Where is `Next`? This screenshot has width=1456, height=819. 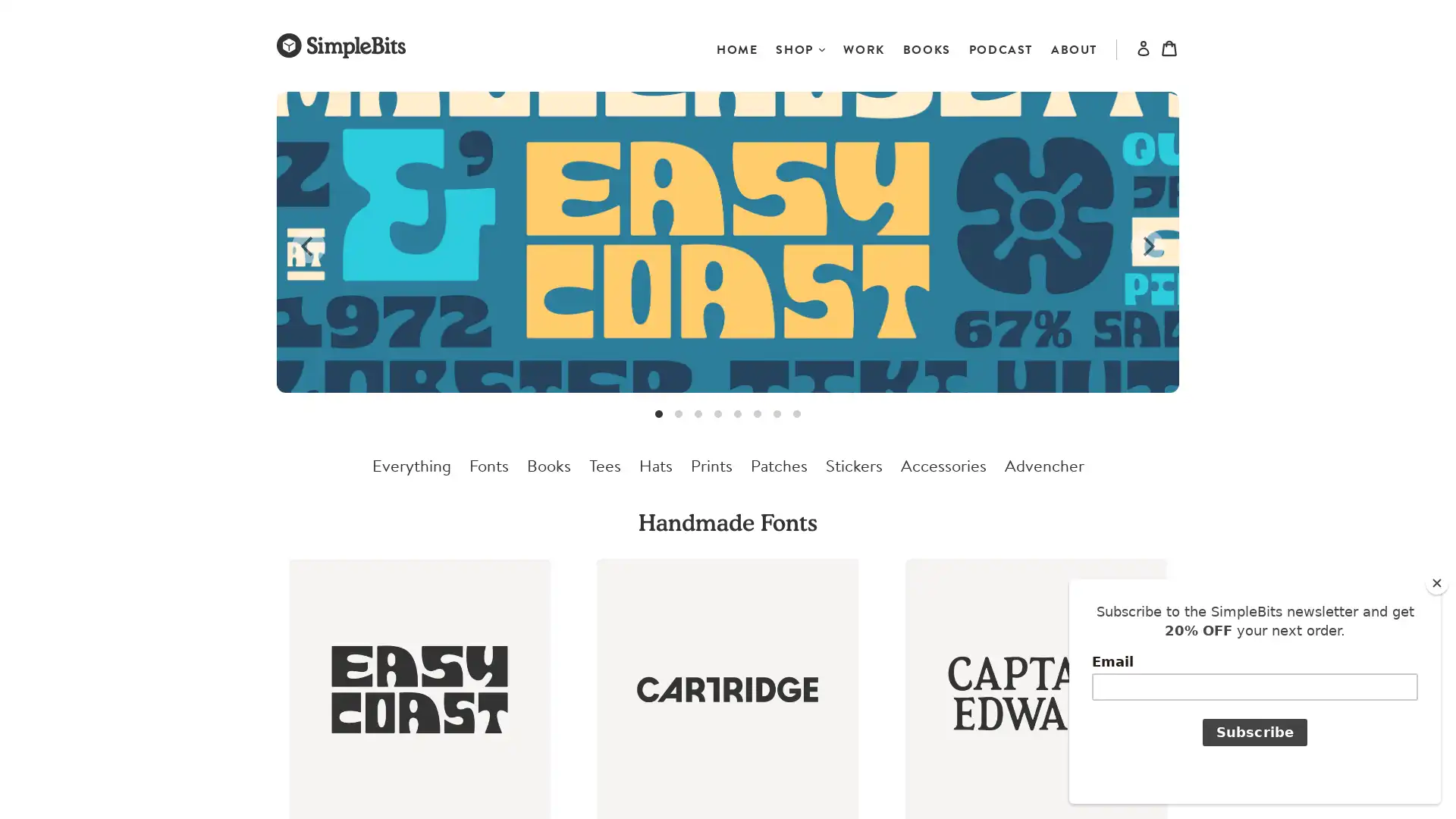
Next is located at coordinates (1147, 245).